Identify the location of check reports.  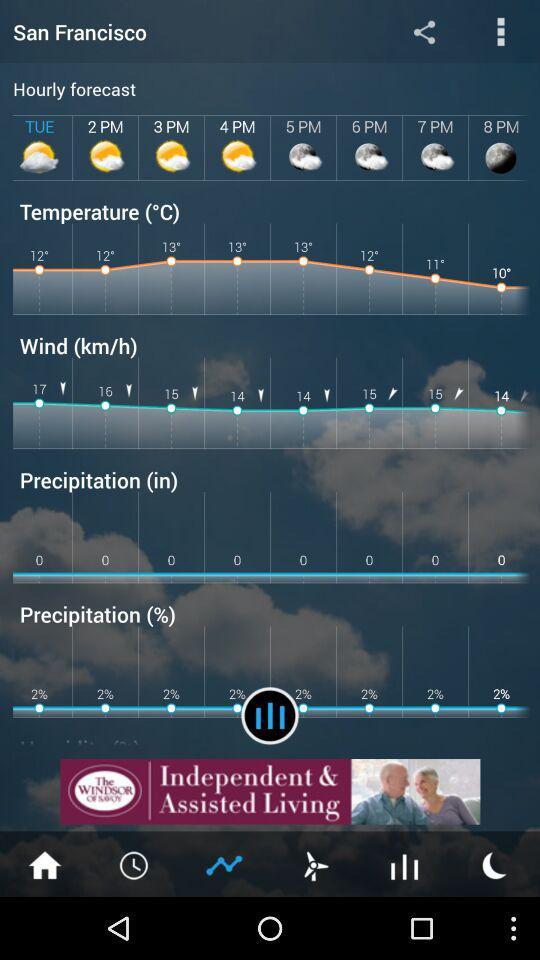
(270, 715).